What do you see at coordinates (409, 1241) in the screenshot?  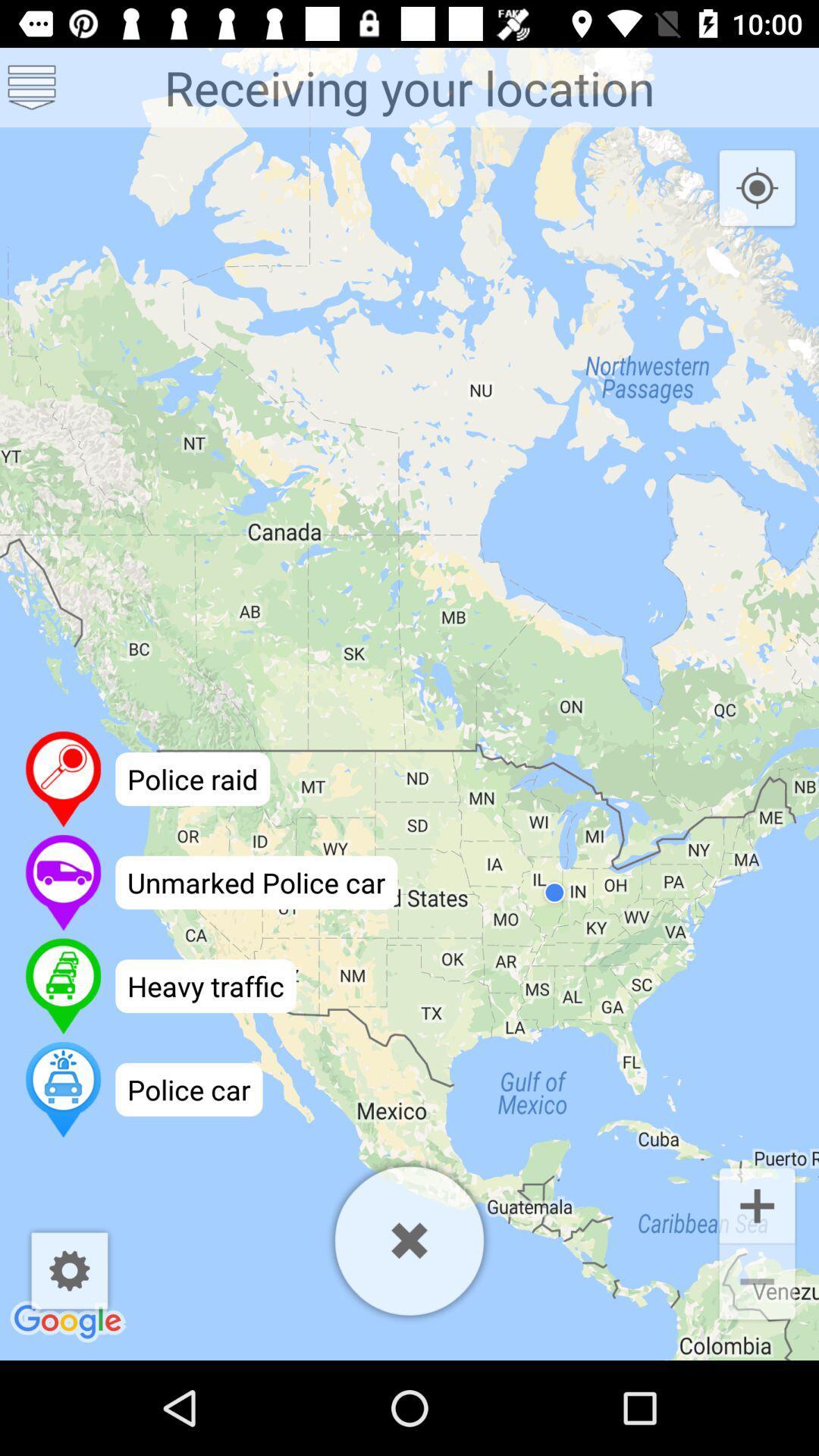 I see `exit` at bounding box center [409, 1241].